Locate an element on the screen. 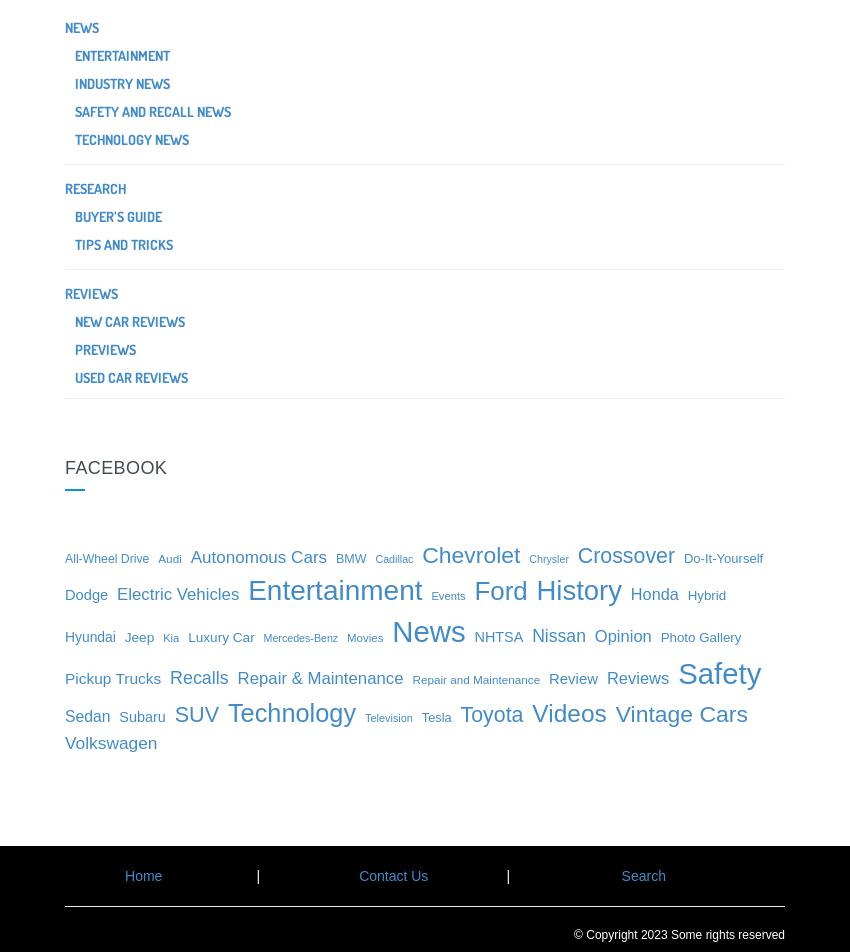 The image size is (850, 952). 'Volkswagen' is located at coordinates (110, 743).